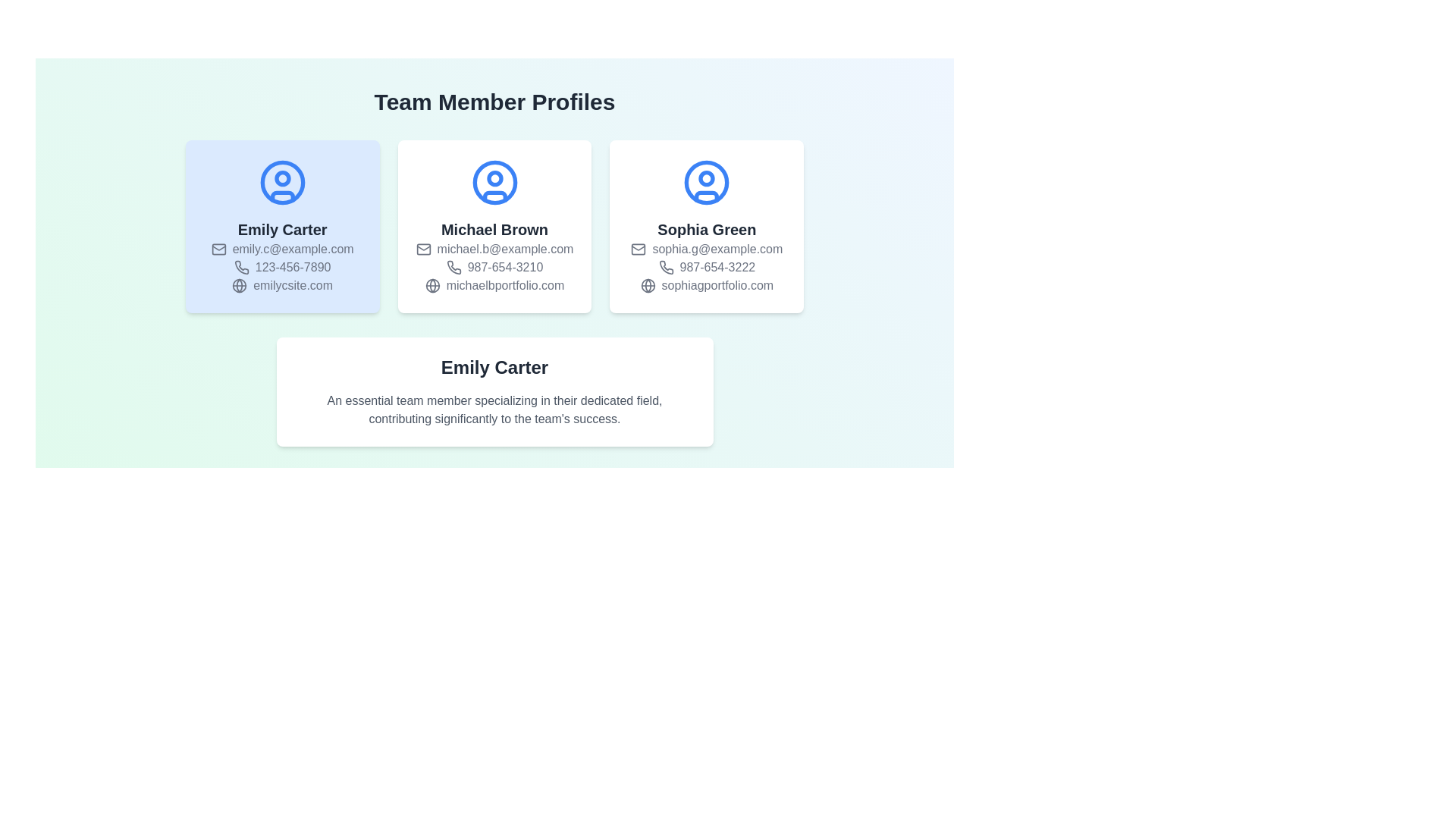 The width and height of the screenshot is (1456, 819). Describe the element at coordinates (706, 181) in the screenshot. I see `the user profile icon represented by a blue circular outline with a stylized user silhouette, located at the top center of the 'Sophia Green' card in the 'Team Member Profiles' section` at that location.